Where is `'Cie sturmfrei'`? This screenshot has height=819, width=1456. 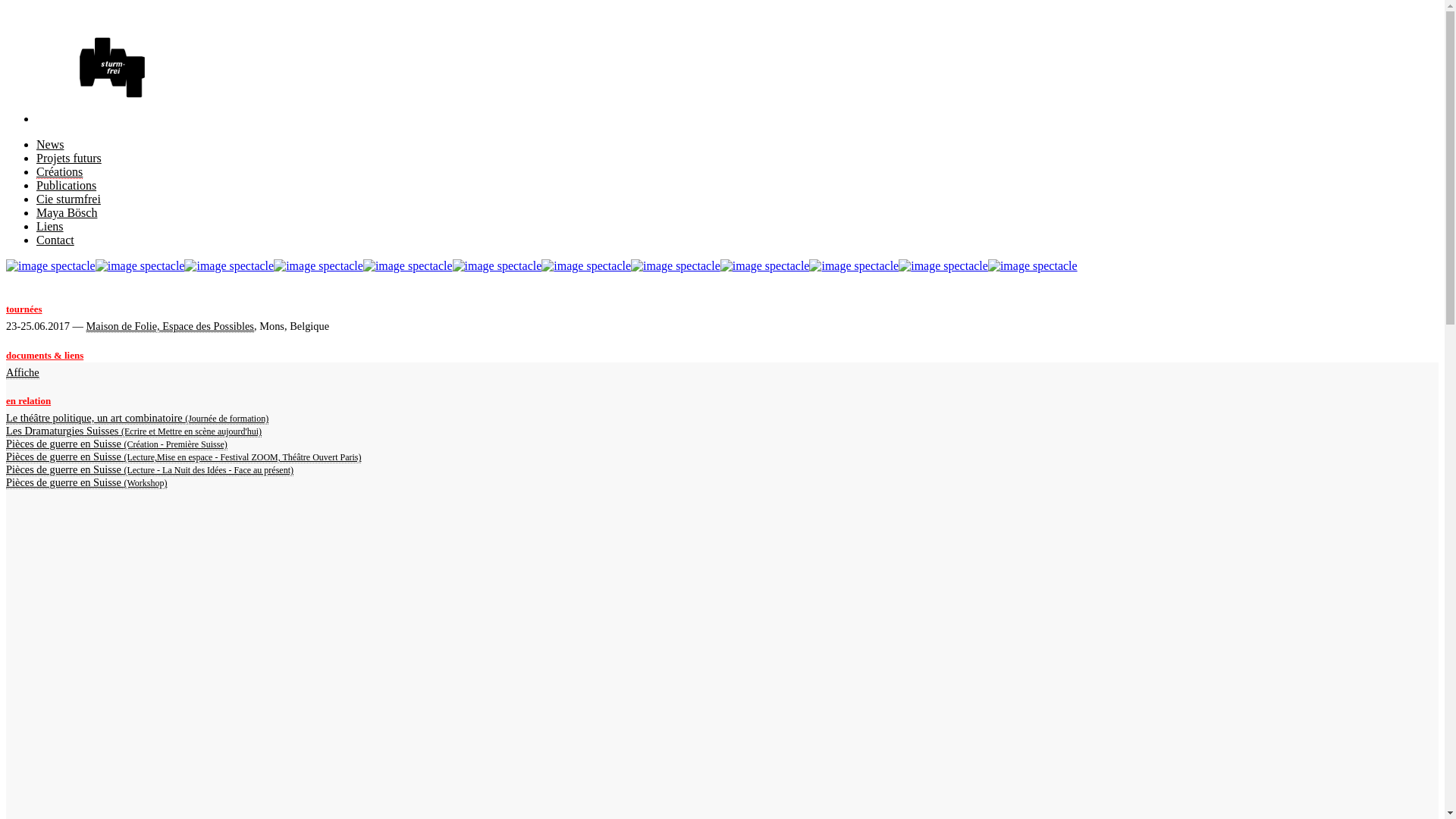 'Cie sturmfrei' is located at coordinates (67, 198).